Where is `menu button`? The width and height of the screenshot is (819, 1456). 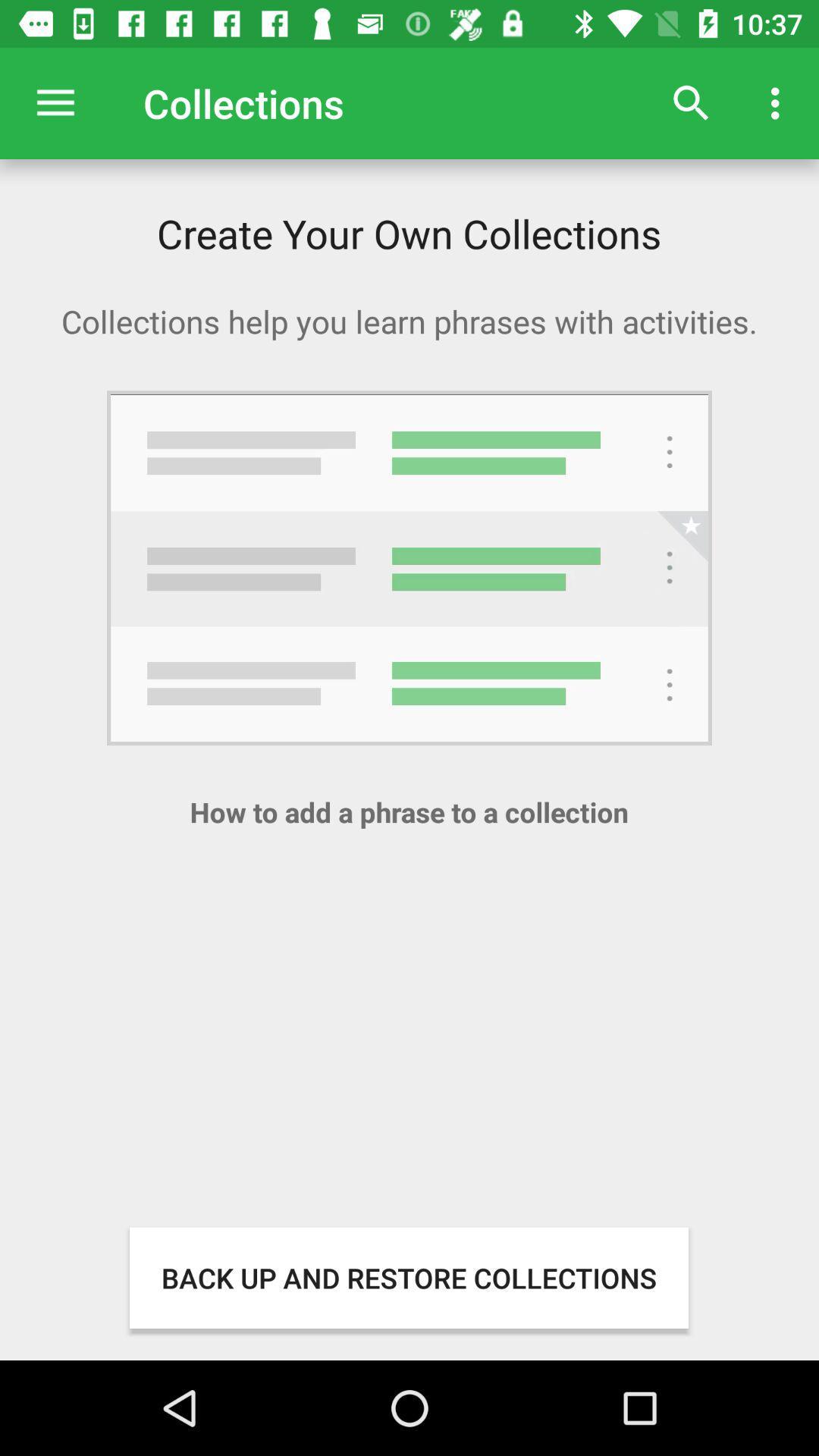
menu button is located at coordinates (55, 102).